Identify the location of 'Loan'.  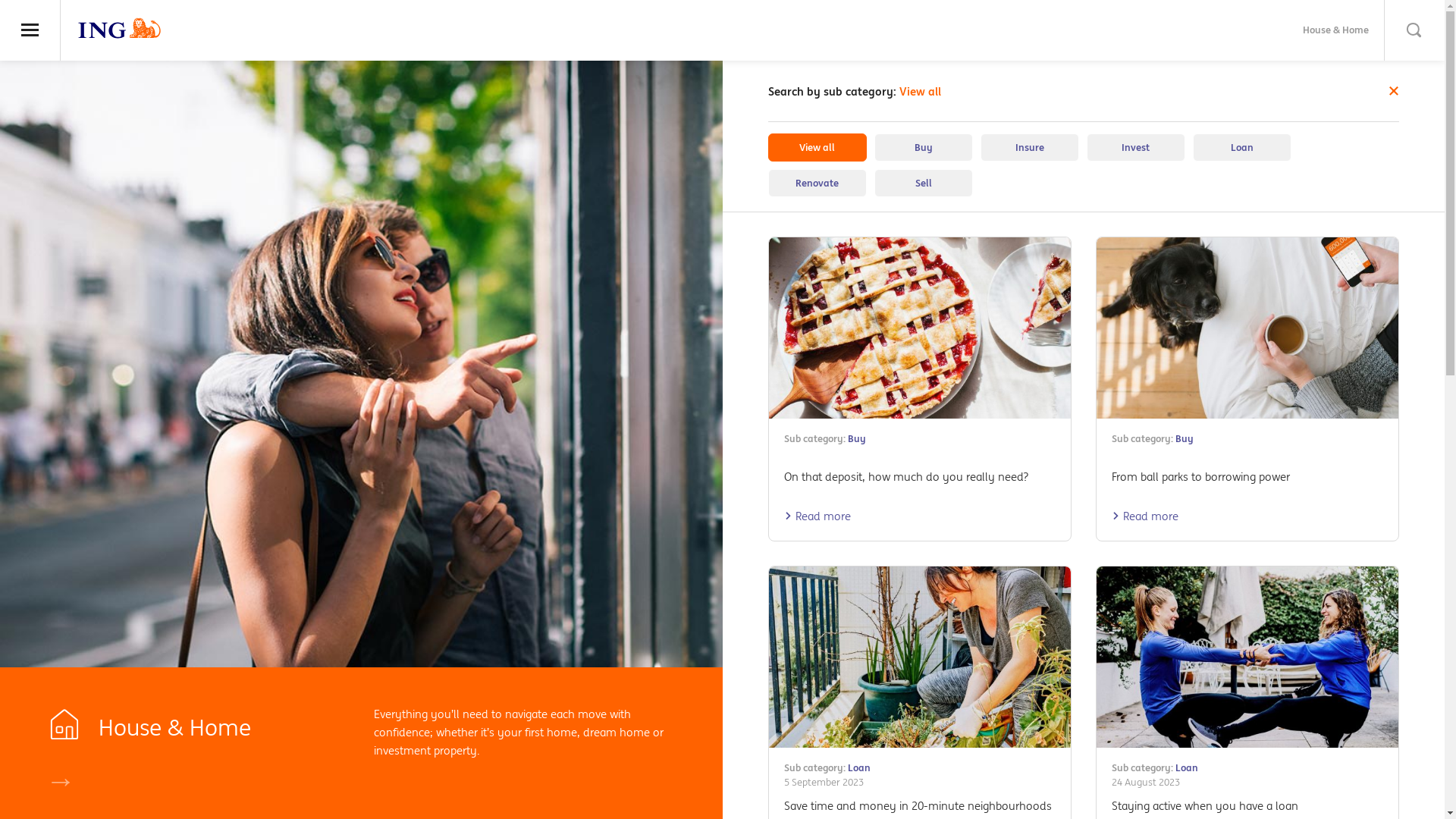
(858, 767).